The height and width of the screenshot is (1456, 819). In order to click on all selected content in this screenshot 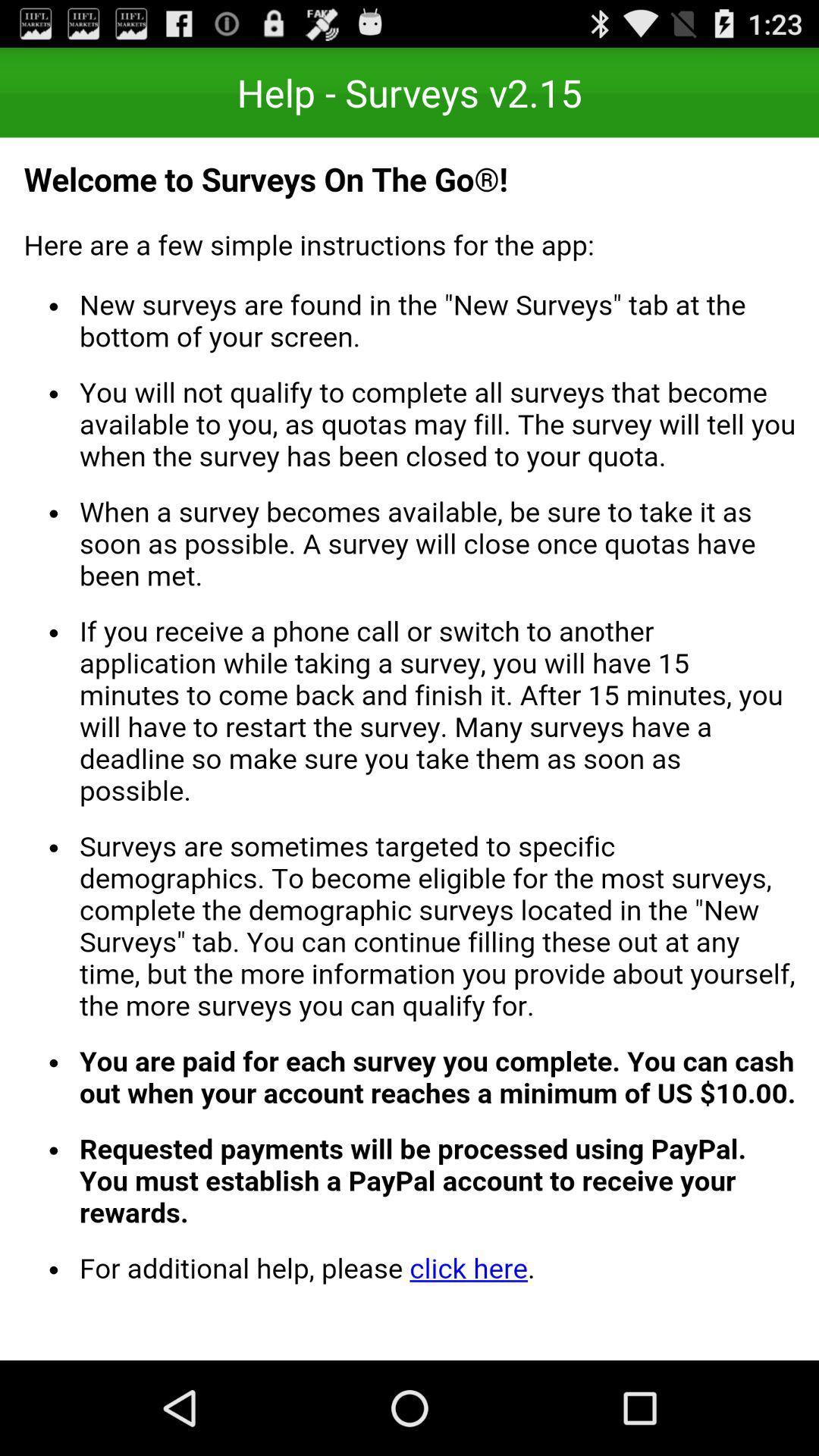, I will do `click(409, 748)`.